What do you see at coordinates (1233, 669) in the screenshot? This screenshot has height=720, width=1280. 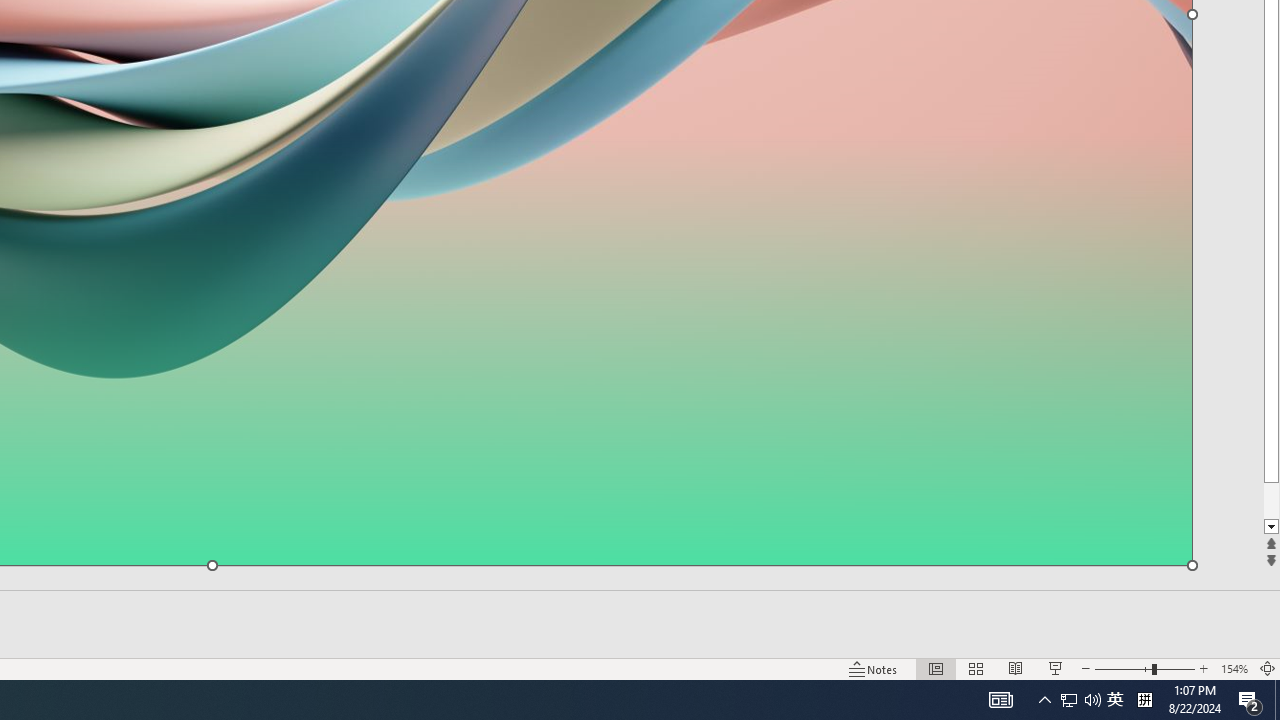 I see `'Zoom 154%'` at bounding box center [1233, 669].